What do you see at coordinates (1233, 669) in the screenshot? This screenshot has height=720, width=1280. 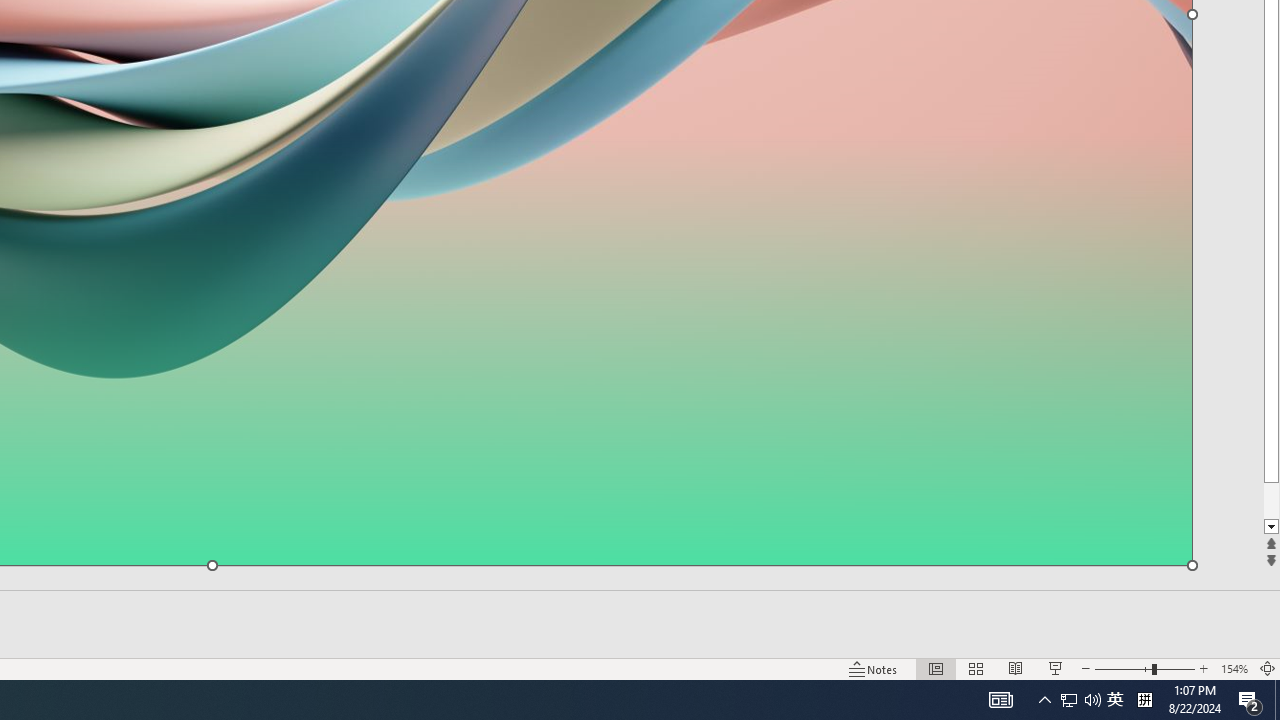 I see `'Zoom 154%'` at bounding box center [1233, 669].